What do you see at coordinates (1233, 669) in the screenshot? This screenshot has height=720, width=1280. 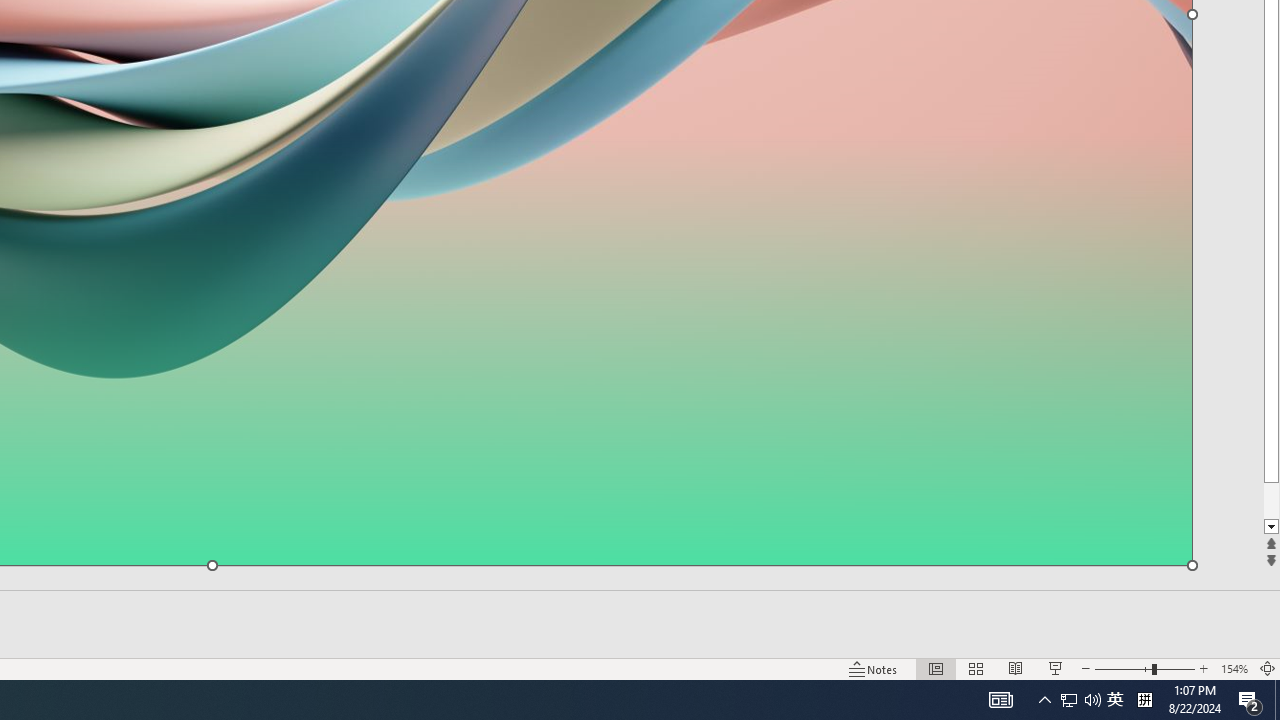 I see `'Zoom 154%'` at bounding box center [1233, 669].